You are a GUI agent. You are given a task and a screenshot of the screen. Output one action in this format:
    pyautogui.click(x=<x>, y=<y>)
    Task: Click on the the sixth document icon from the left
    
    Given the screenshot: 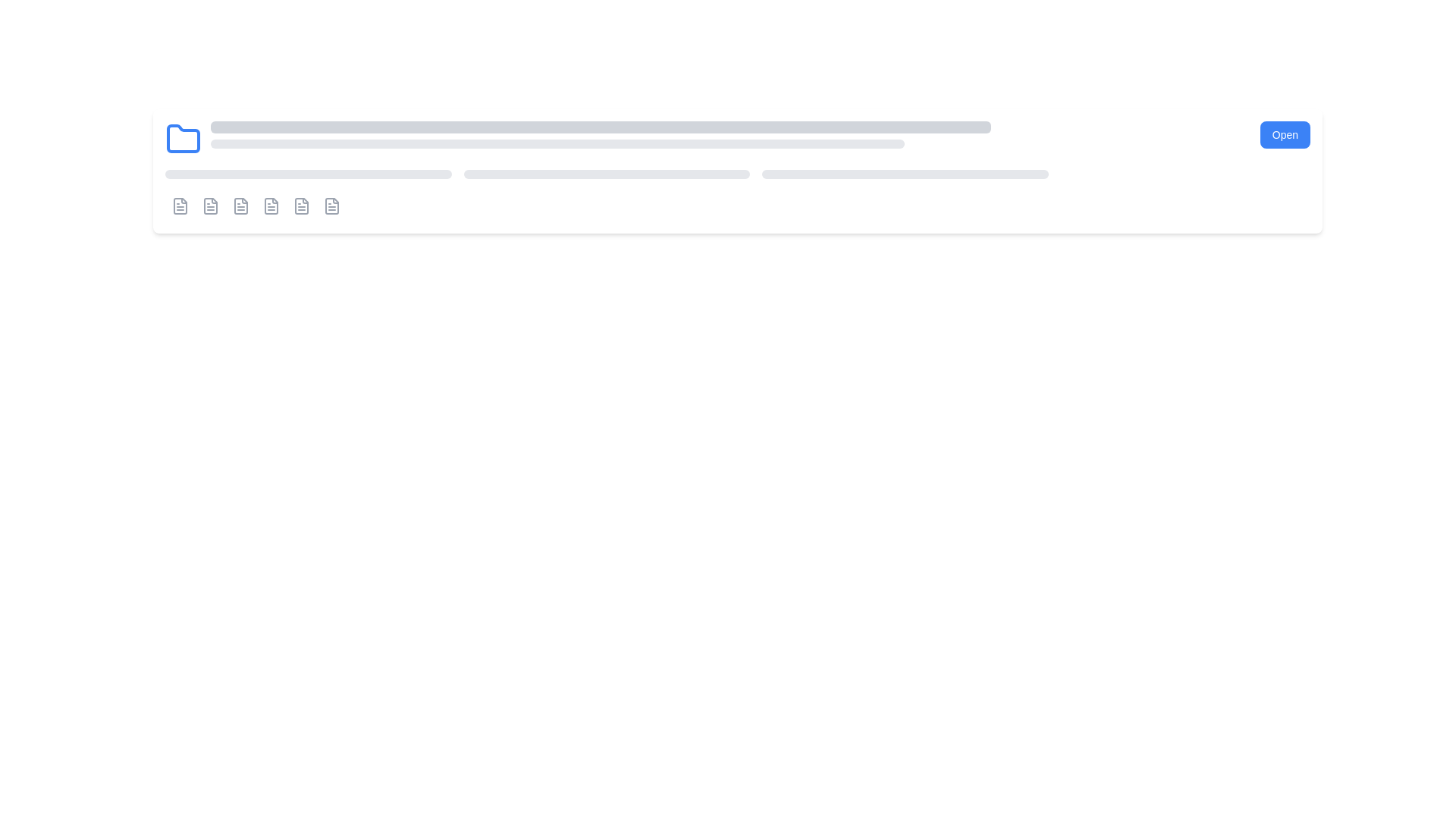 What is the action you would take?
    pyautogui.click(x=331, y=206)
    